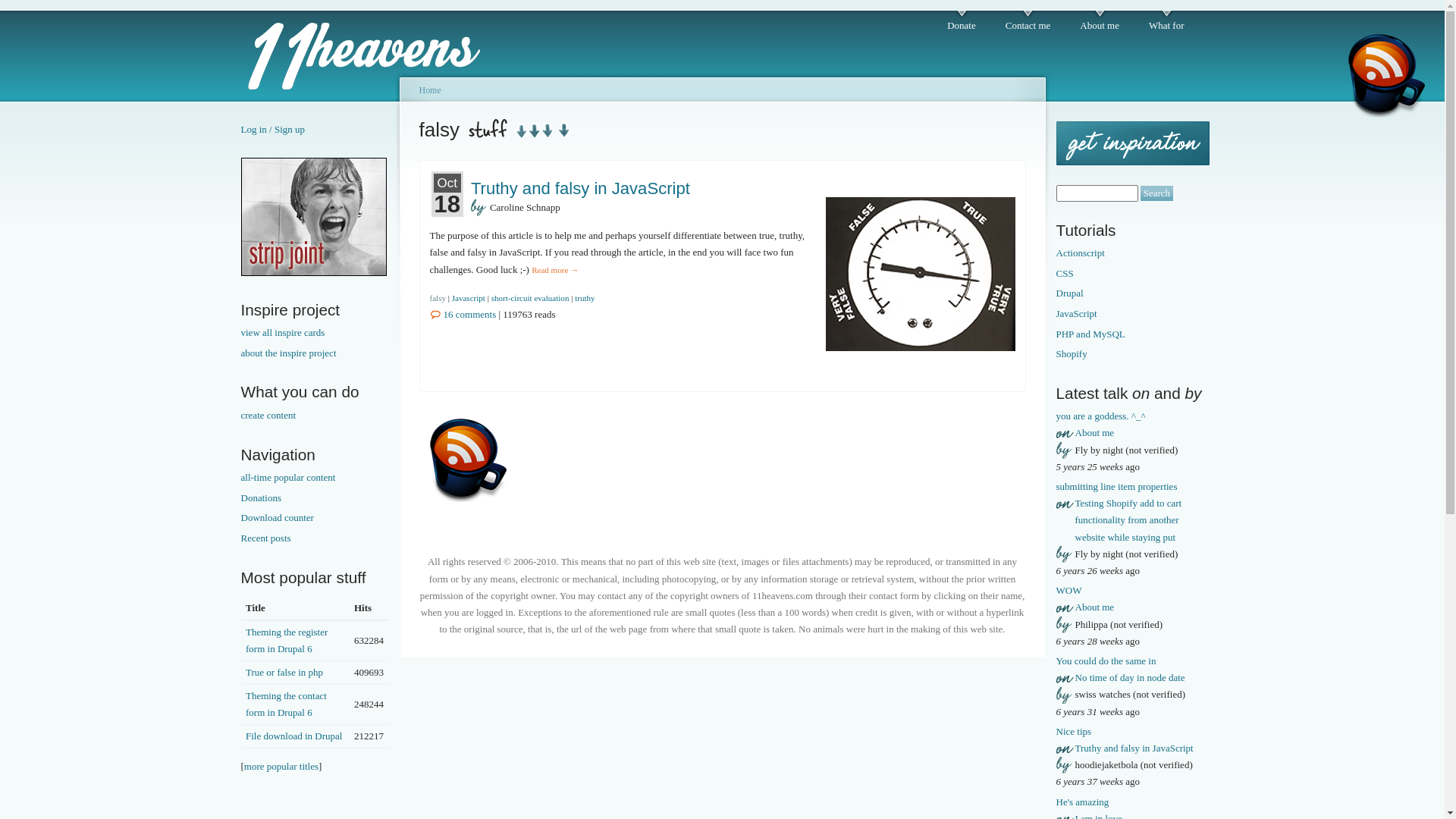  What do you see at coordinates (1131, 143) in the screenshot?
I see `'Get some inspiration'` at bounding box center [1131, 143].